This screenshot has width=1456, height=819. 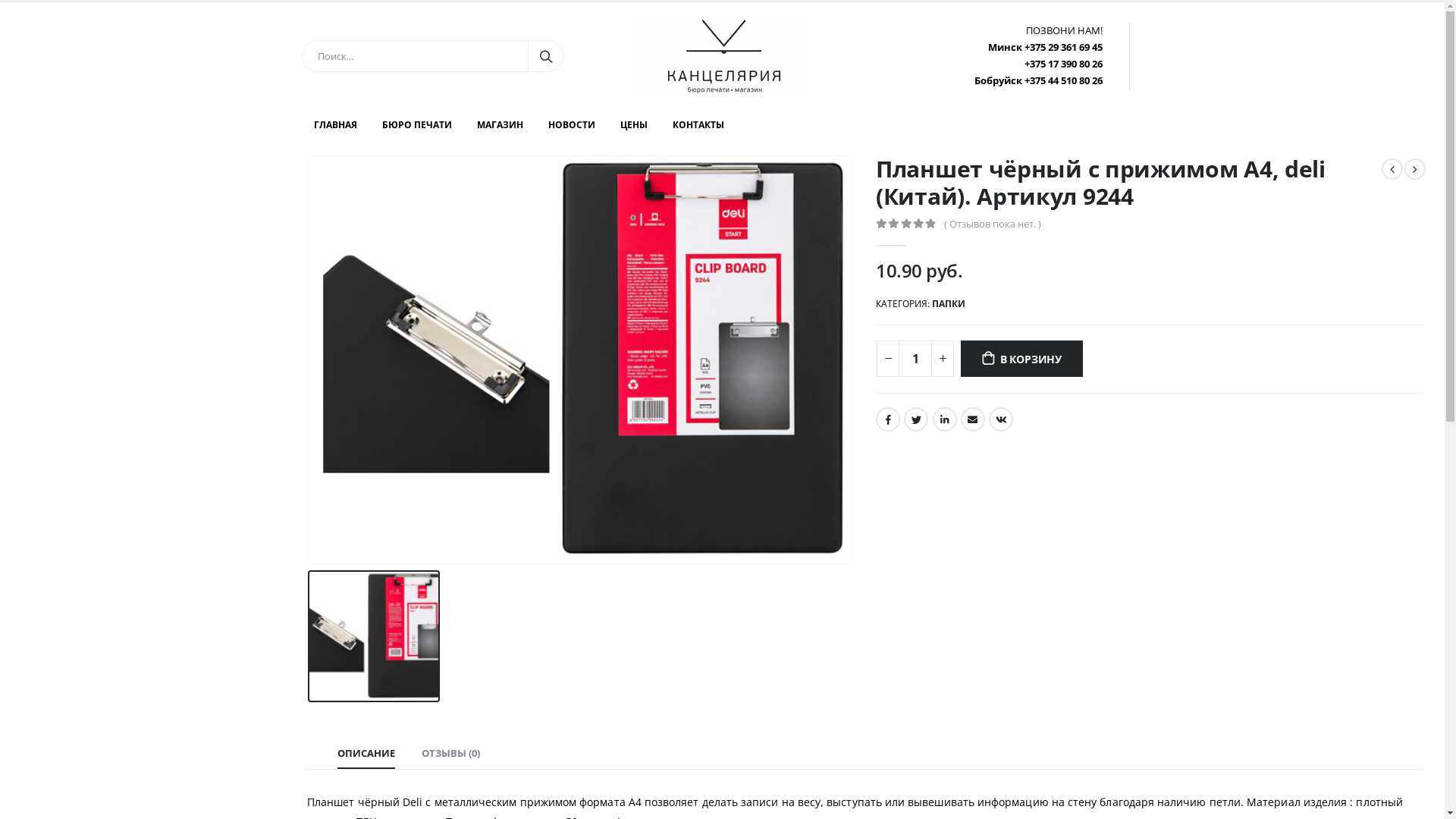 What do you see at coordinates (944, 419) in the screenshot?
I see `'LinkedIn'` at bounding box center [944, 419].